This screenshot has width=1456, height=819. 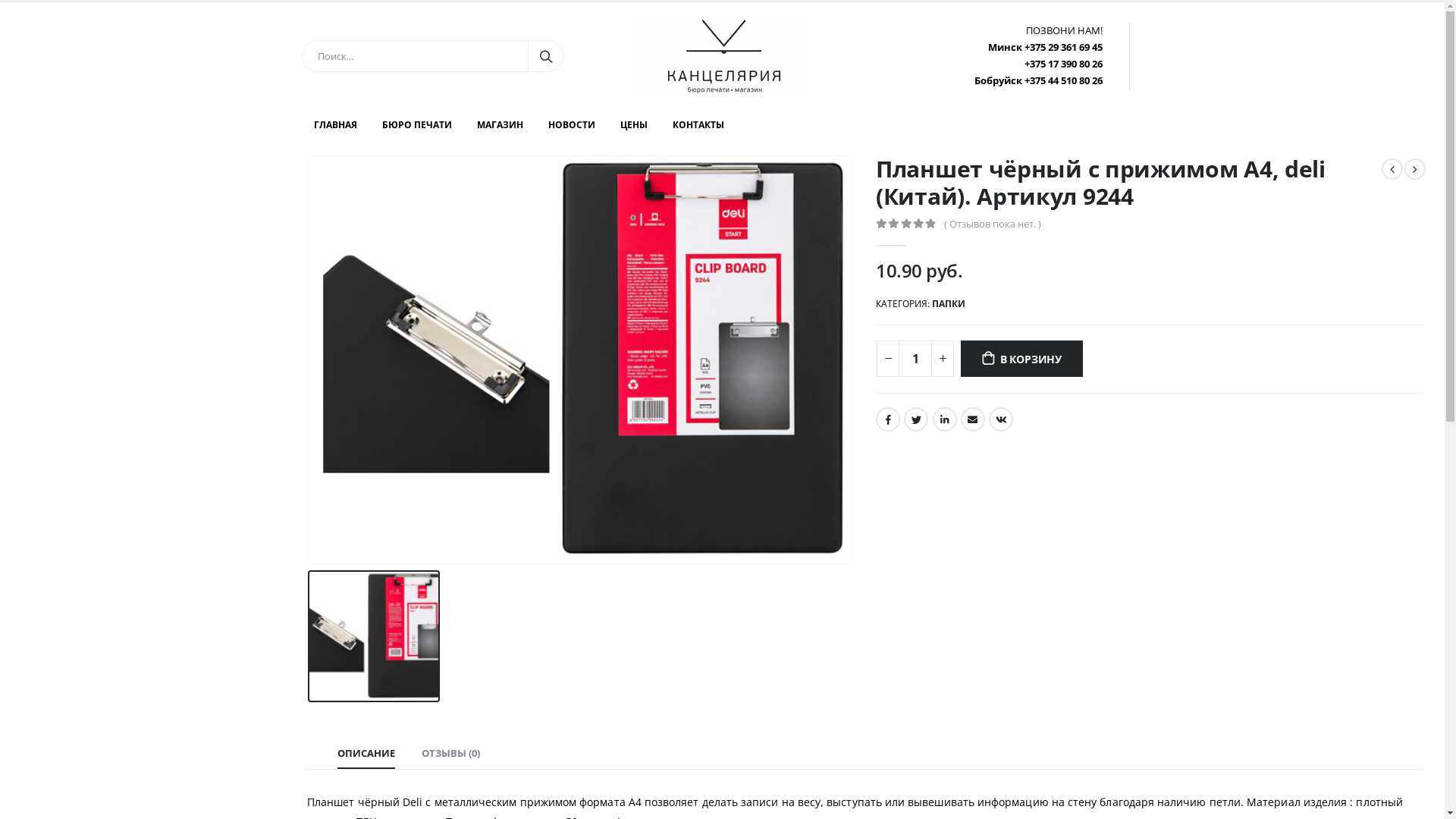 What do you see at coordinates (944, 419) in the screenshot?
I see `'LinkedIn'` at bounding box center [944, 419].